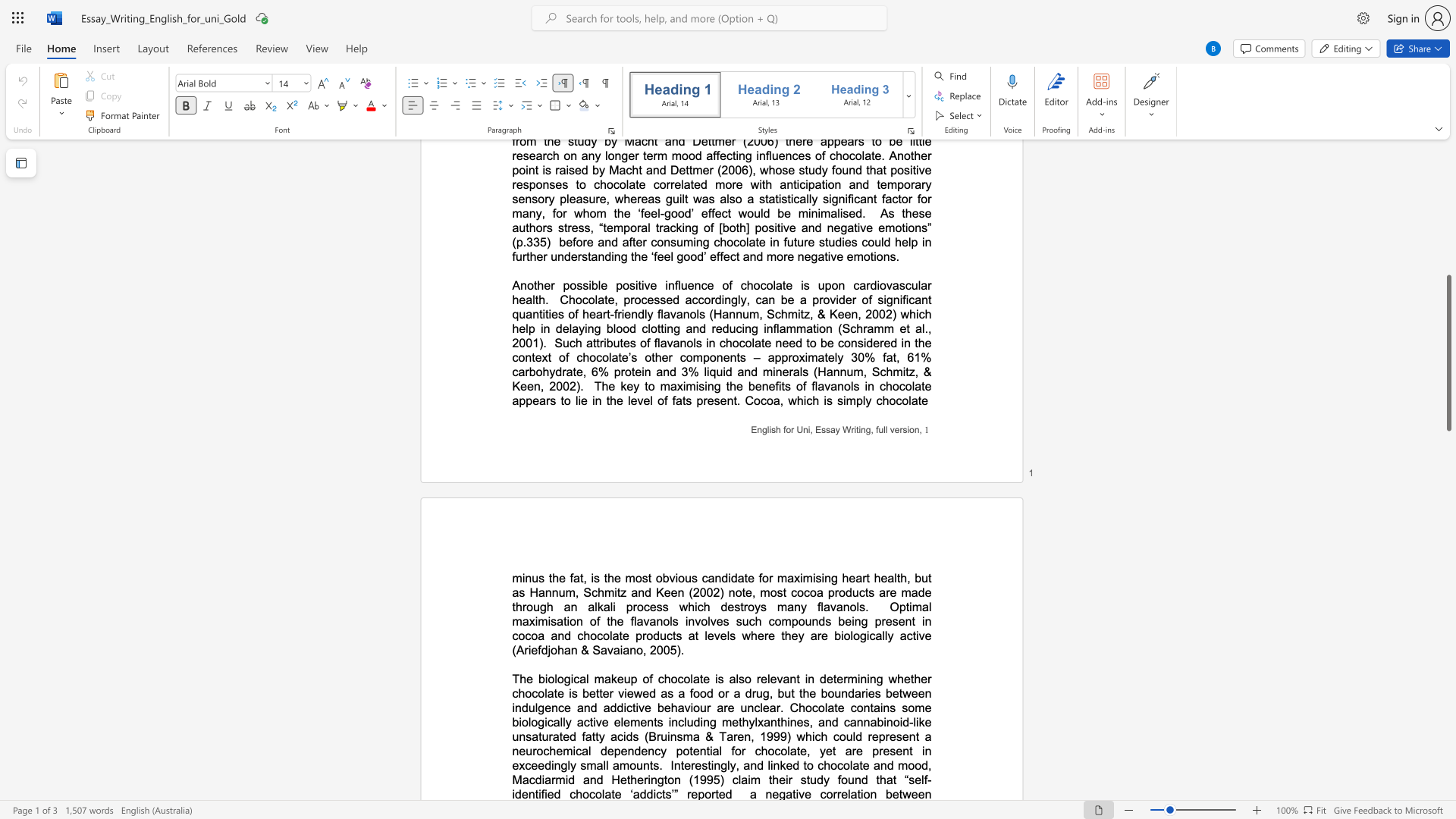 The height and width of the screenshot is (819, 1456). What do you see at coordinates (1448, 353) in the screenshot?
I see `the scrollbar and move up 600 pixels` at bounding box center [1448, 353].